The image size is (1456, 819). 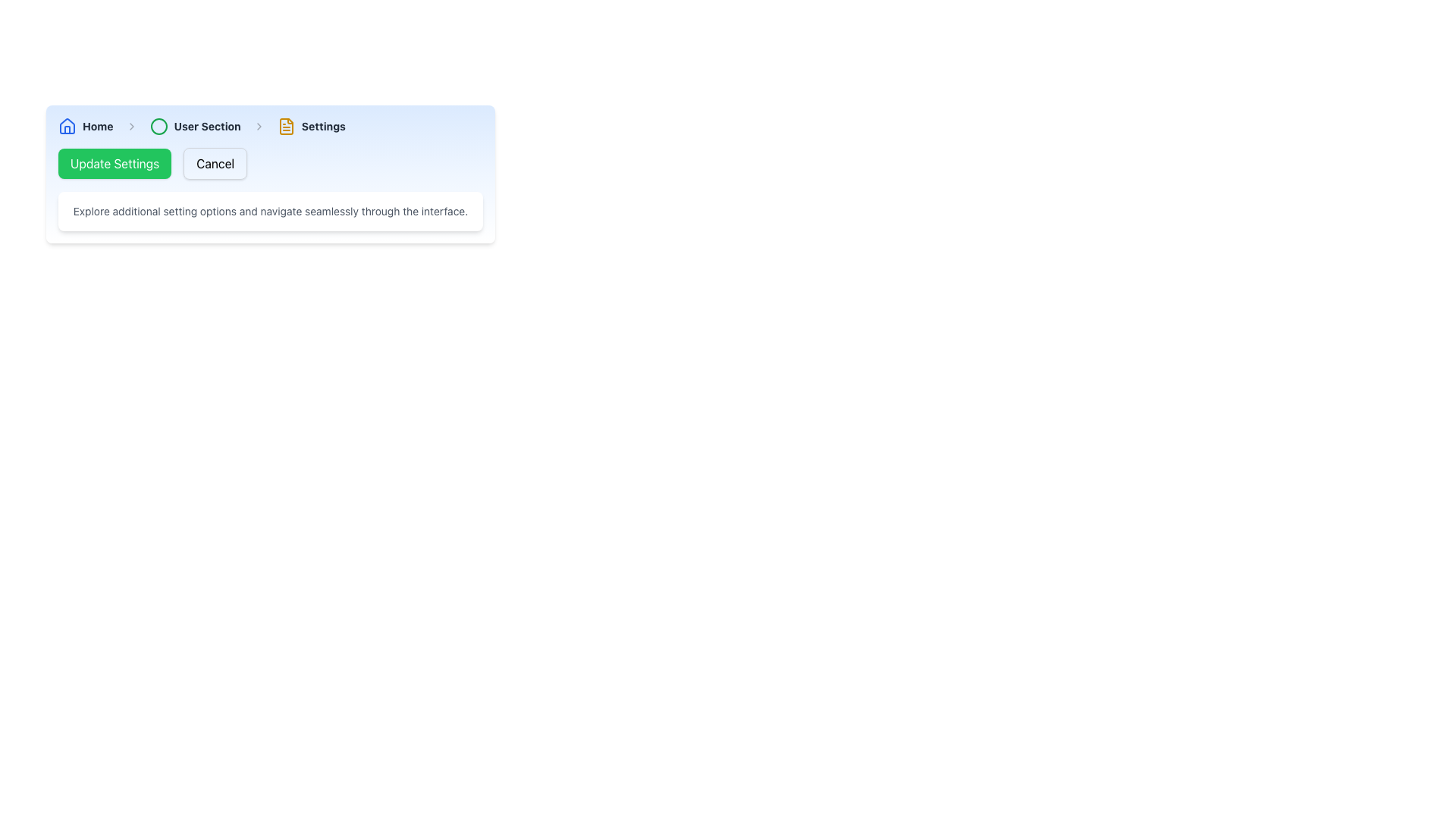 What do you see at coordinates (270, 211) in the screenshot?
I see `the descriptive text box that reads 'Explore additional setting options and navigate seamlessly through the interface', which is positioned below the 'Update Settings' and 'Cancel' buttons` at bounding box center [270, 211].